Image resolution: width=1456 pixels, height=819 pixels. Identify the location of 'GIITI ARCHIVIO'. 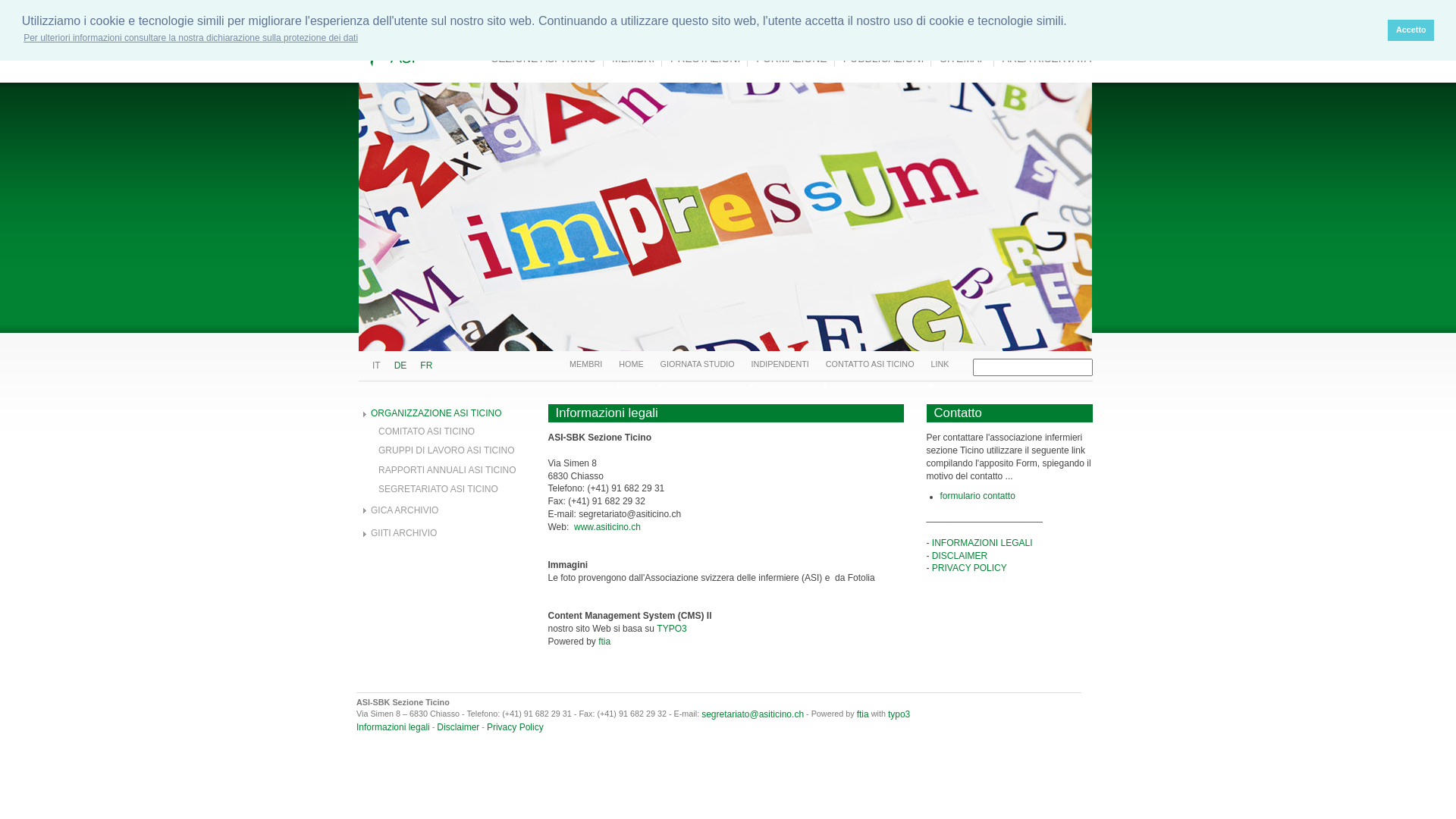
(403, 532).